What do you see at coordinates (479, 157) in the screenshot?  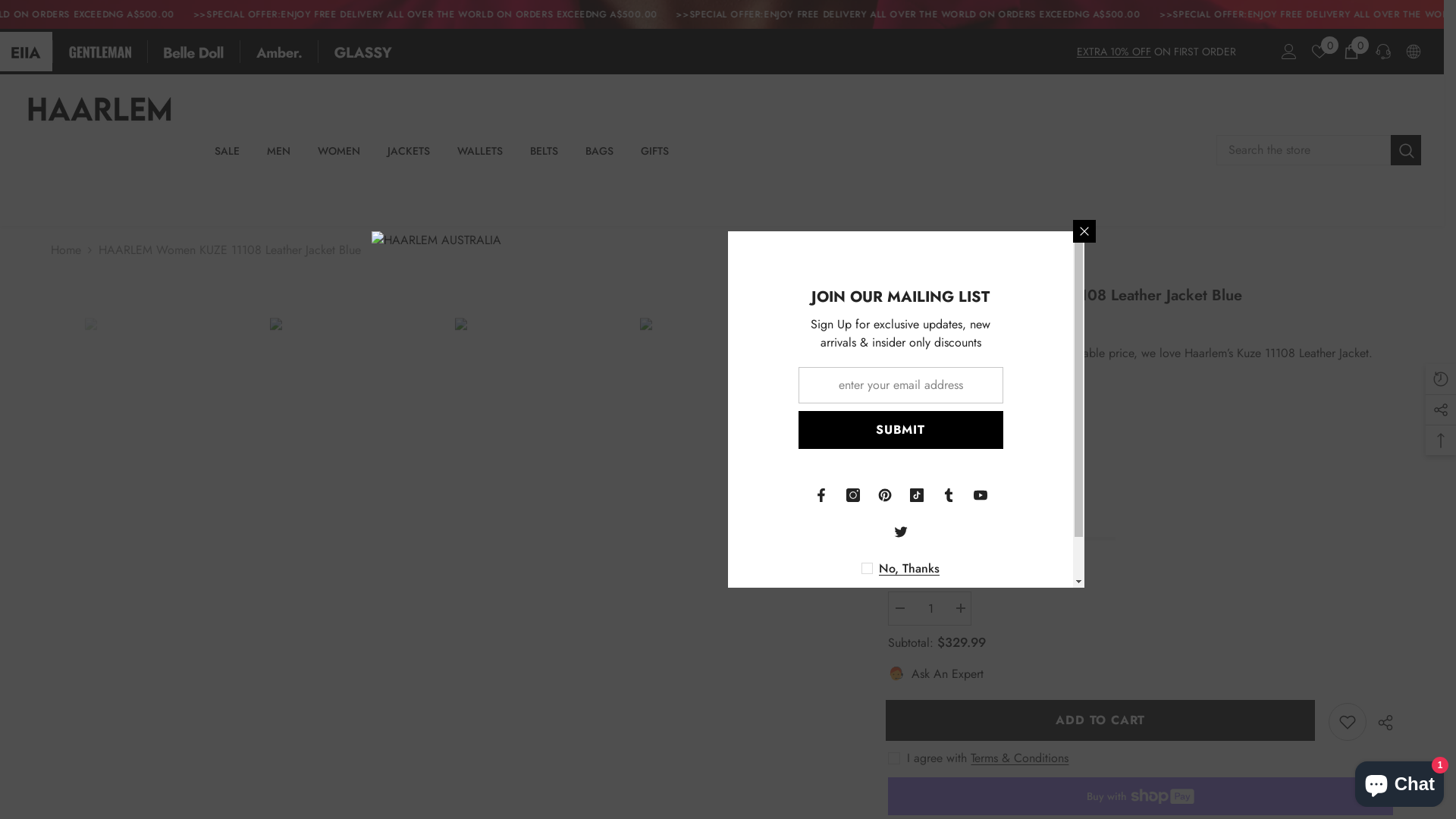 I see `'WALLETS'` at bounding box center [479, 157].